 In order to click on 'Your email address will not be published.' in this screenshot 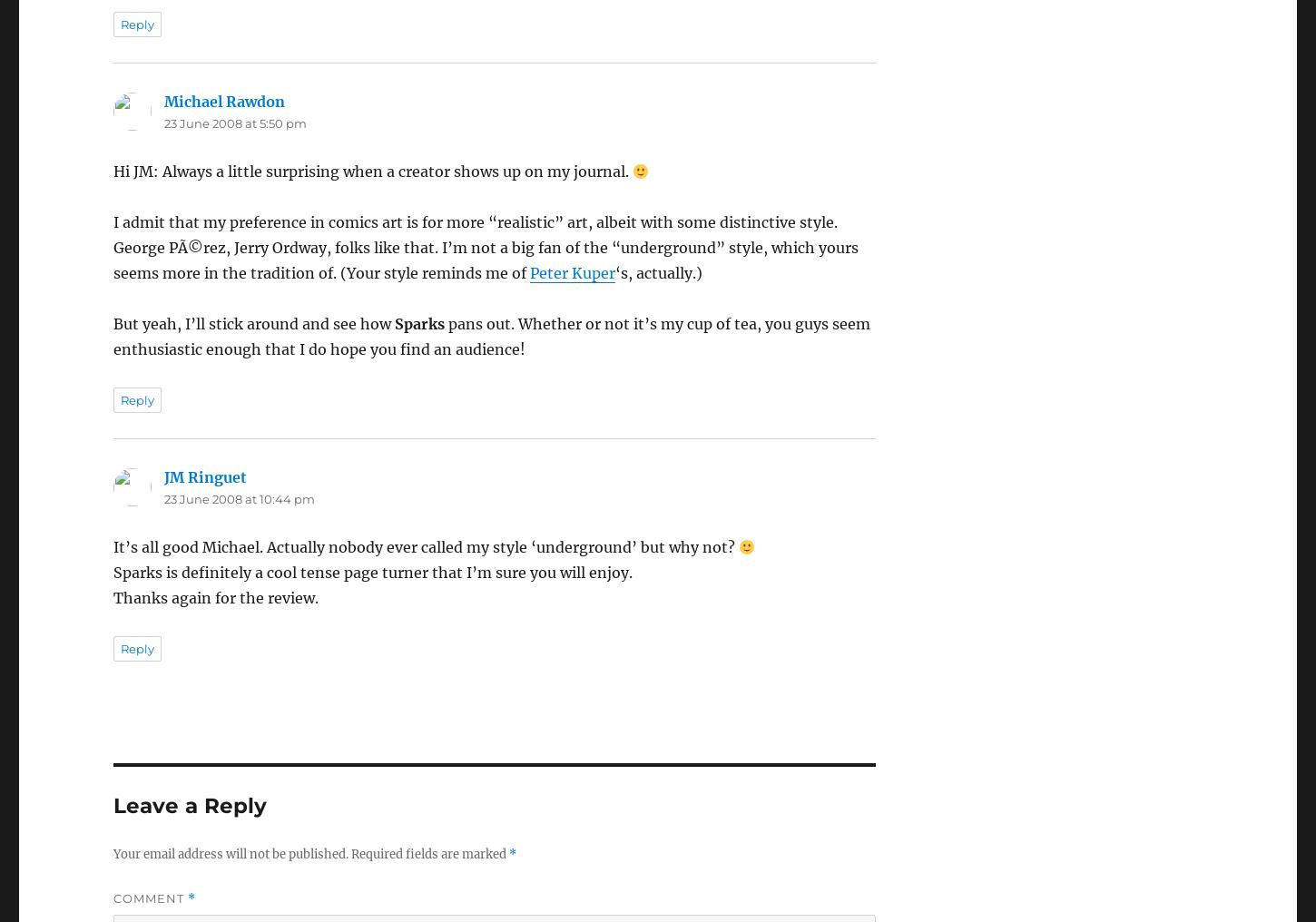, I will do `click(231, 853)`.